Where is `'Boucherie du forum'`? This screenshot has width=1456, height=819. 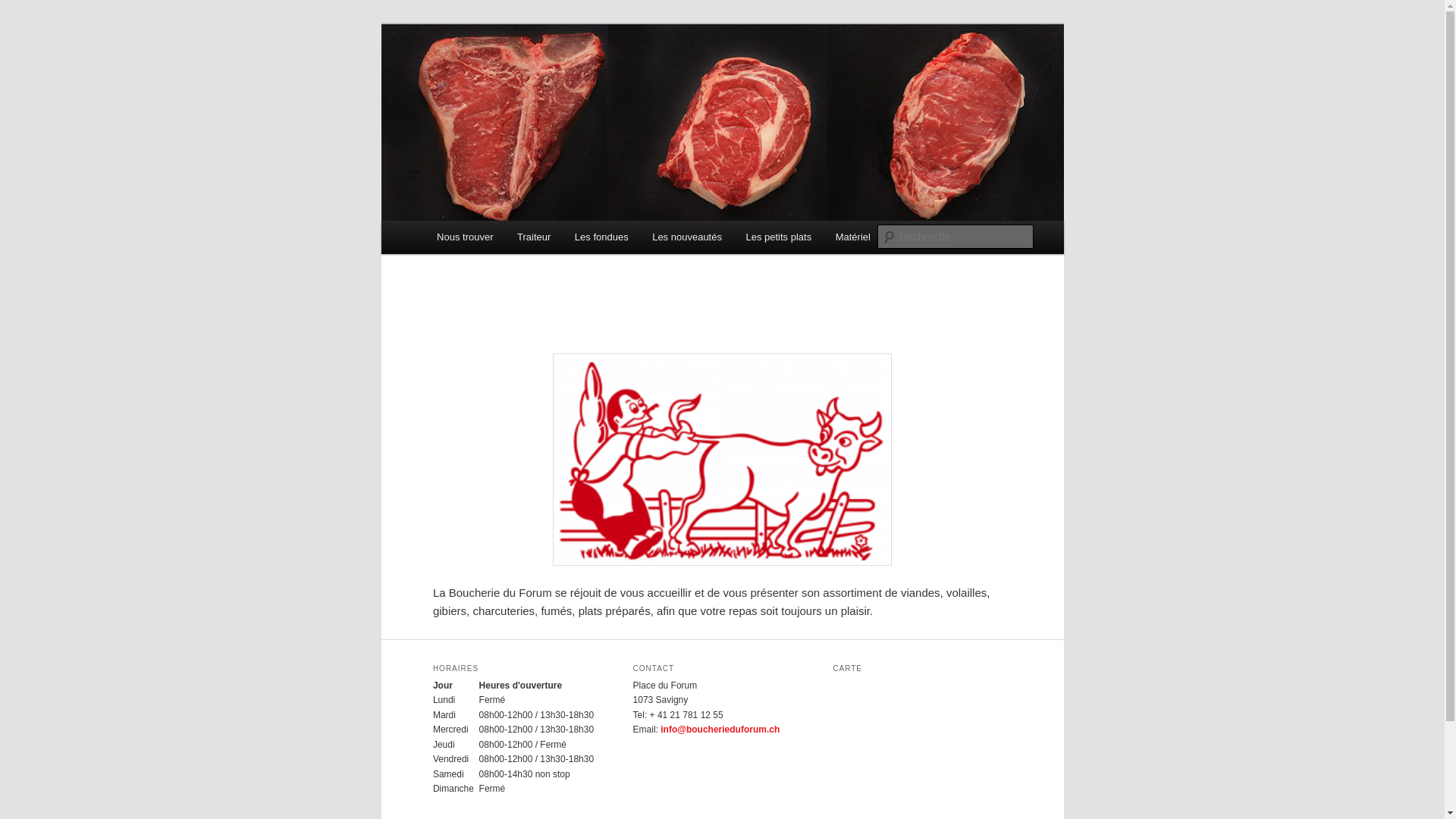 'Boucherie du forum' is located at coordinates (541, 79).